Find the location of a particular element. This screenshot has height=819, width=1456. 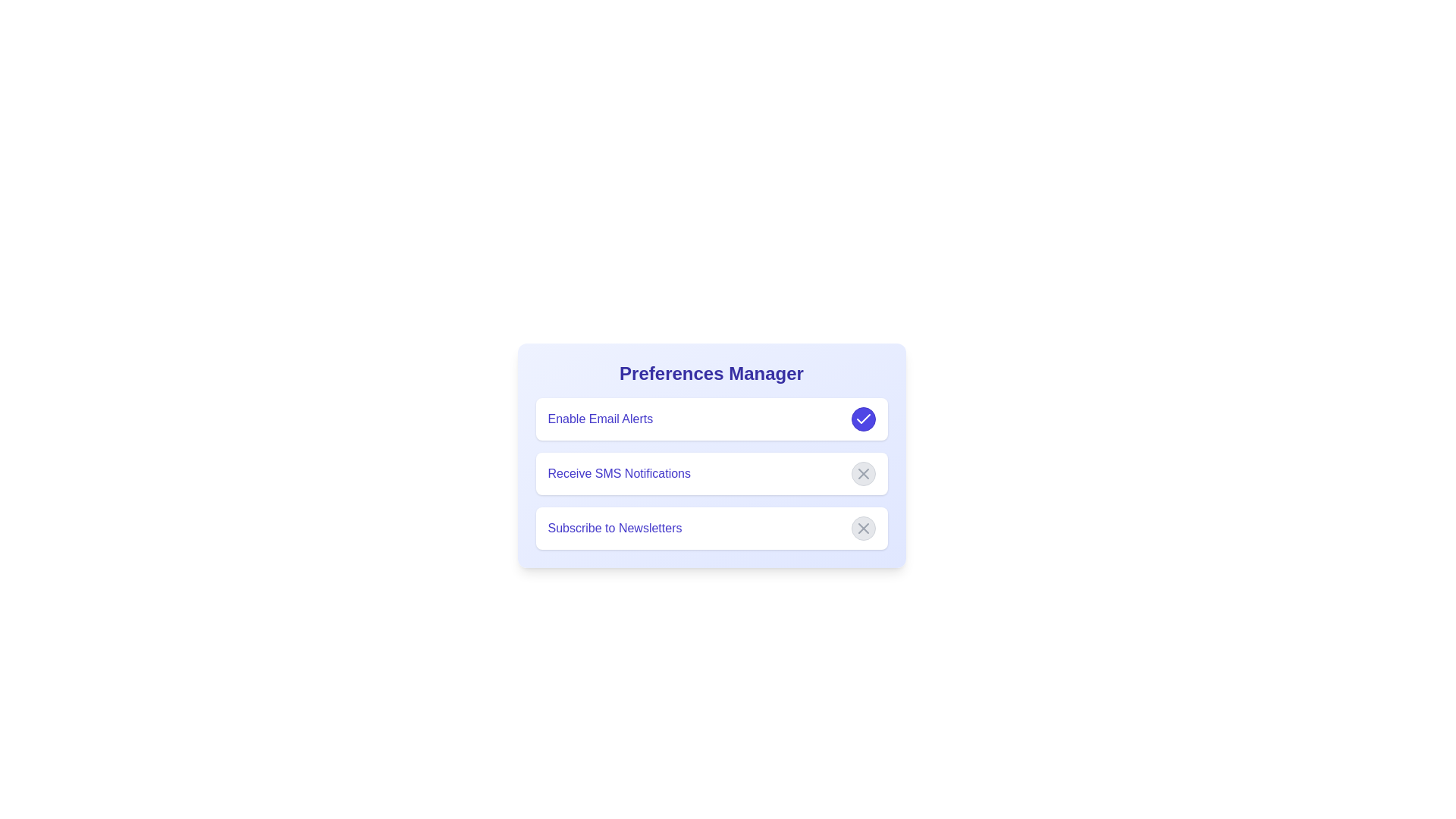

the Text Label that describes the preference for receiving SMS notifications, positioned between the 'Enable Email Alerts' and 'Subscribe to Newsletters' preference items is located at coordinates (619, 472).